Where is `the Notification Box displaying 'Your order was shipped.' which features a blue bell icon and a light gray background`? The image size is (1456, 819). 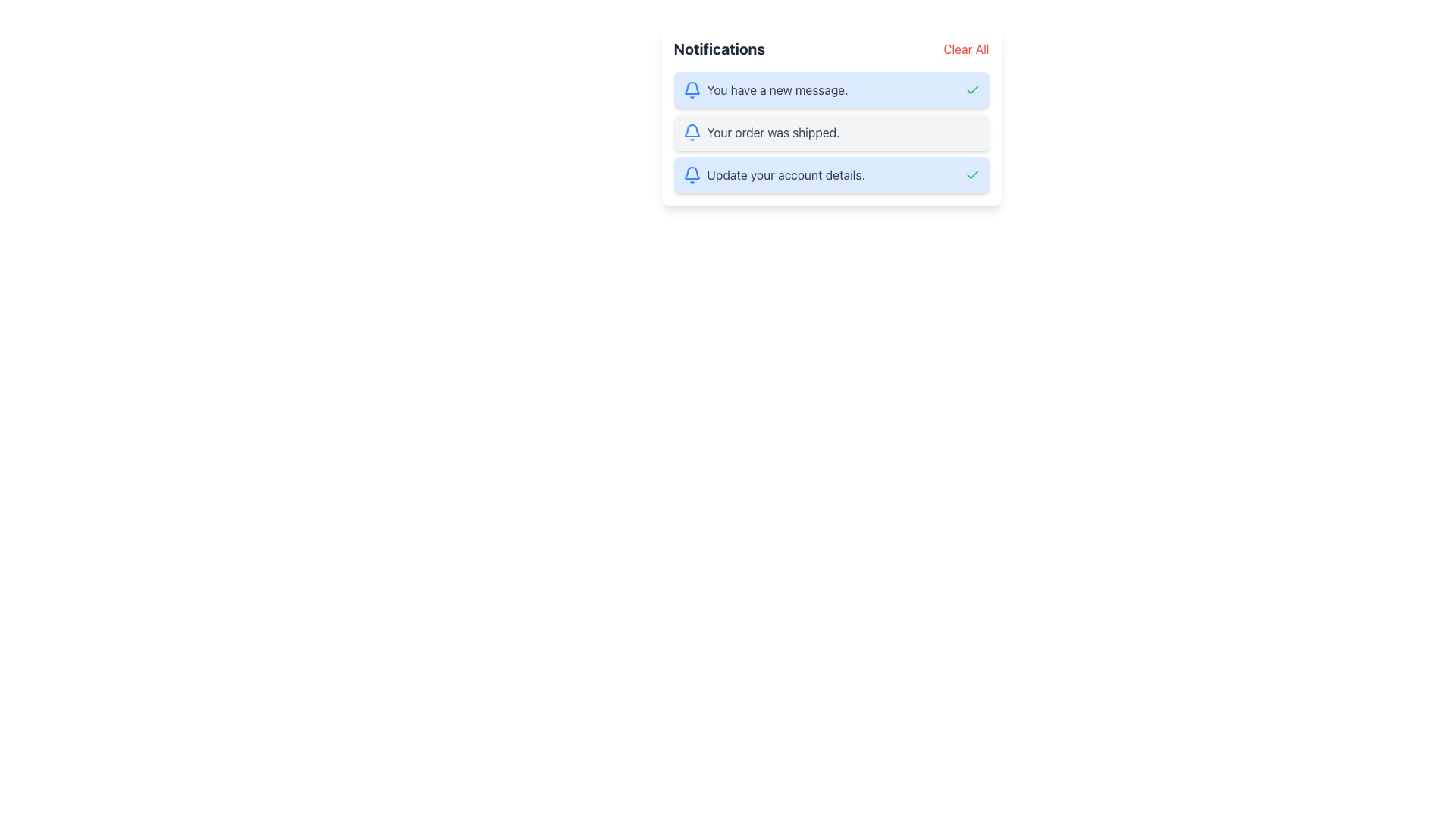
the Notification Box displaying 'Your order was shipped.' which features a blue bell icon and a light gray background is located at coordinates (830, 131).